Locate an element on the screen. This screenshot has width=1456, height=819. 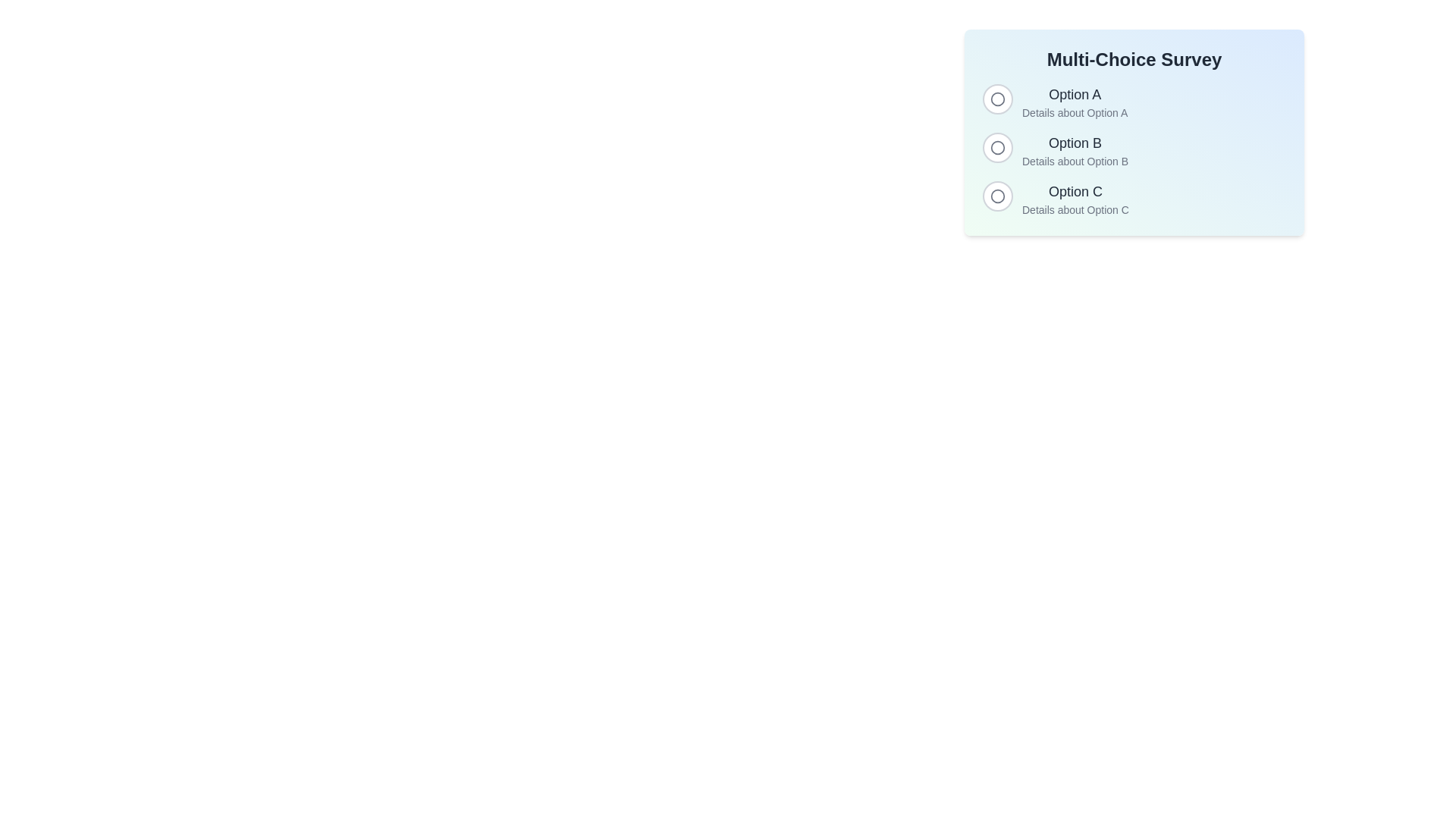
the 'Option B' radio button element for keyboard navigation is located at coordinates (1134, 151).